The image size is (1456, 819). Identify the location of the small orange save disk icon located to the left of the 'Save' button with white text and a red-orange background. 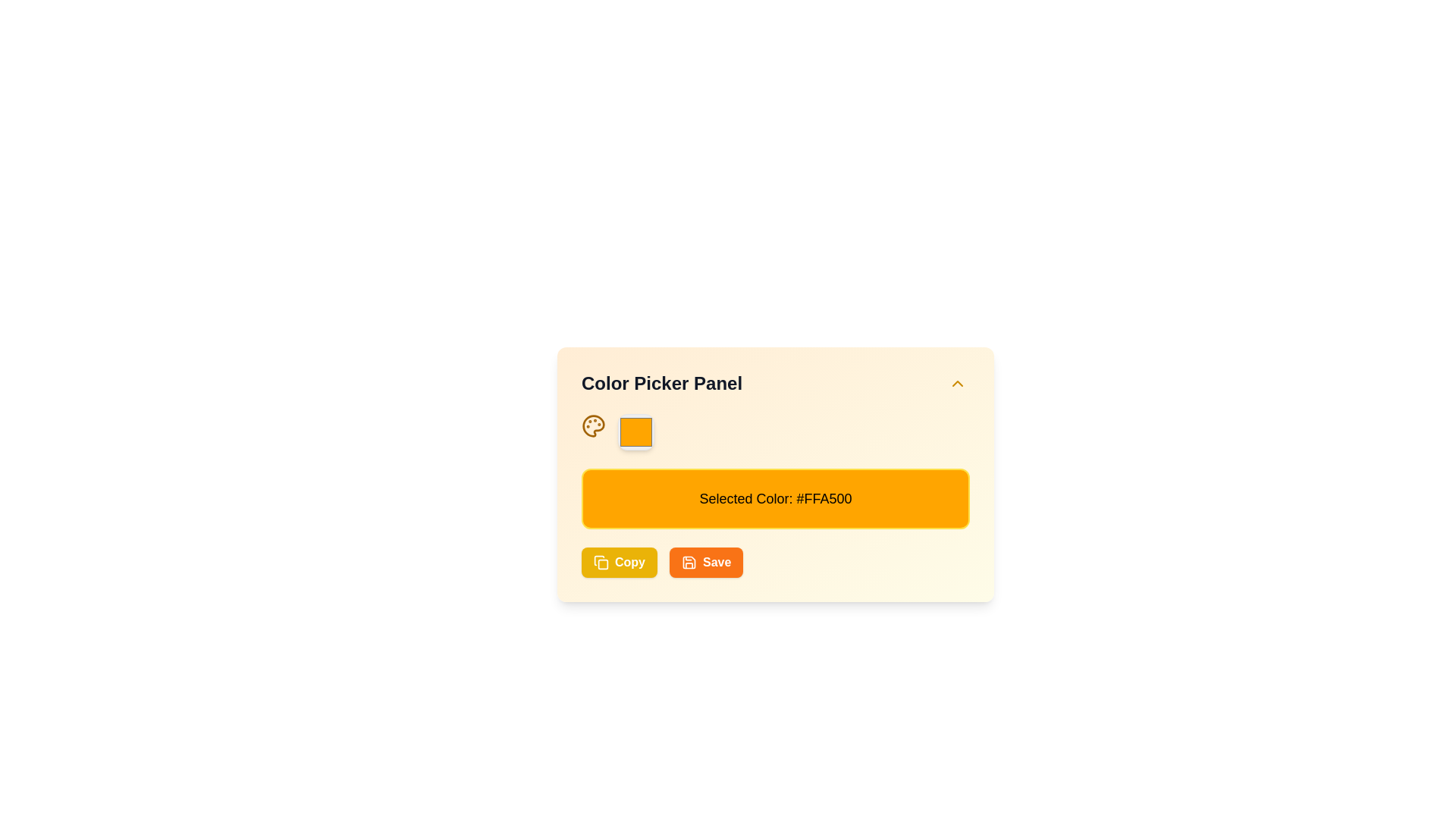
(688, 562).